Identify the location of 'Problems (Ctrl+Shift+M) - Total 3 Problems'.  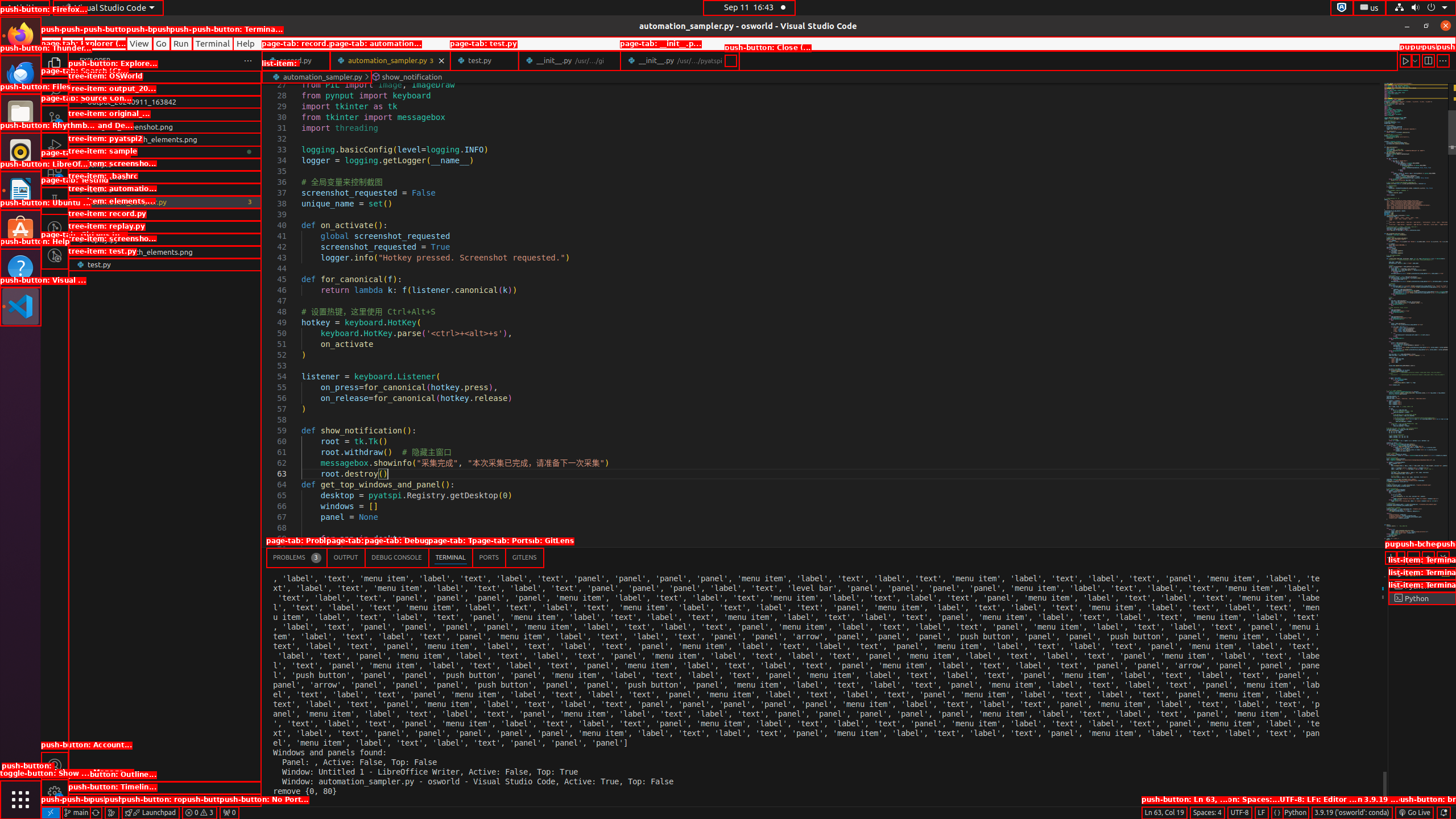
(296, 557).